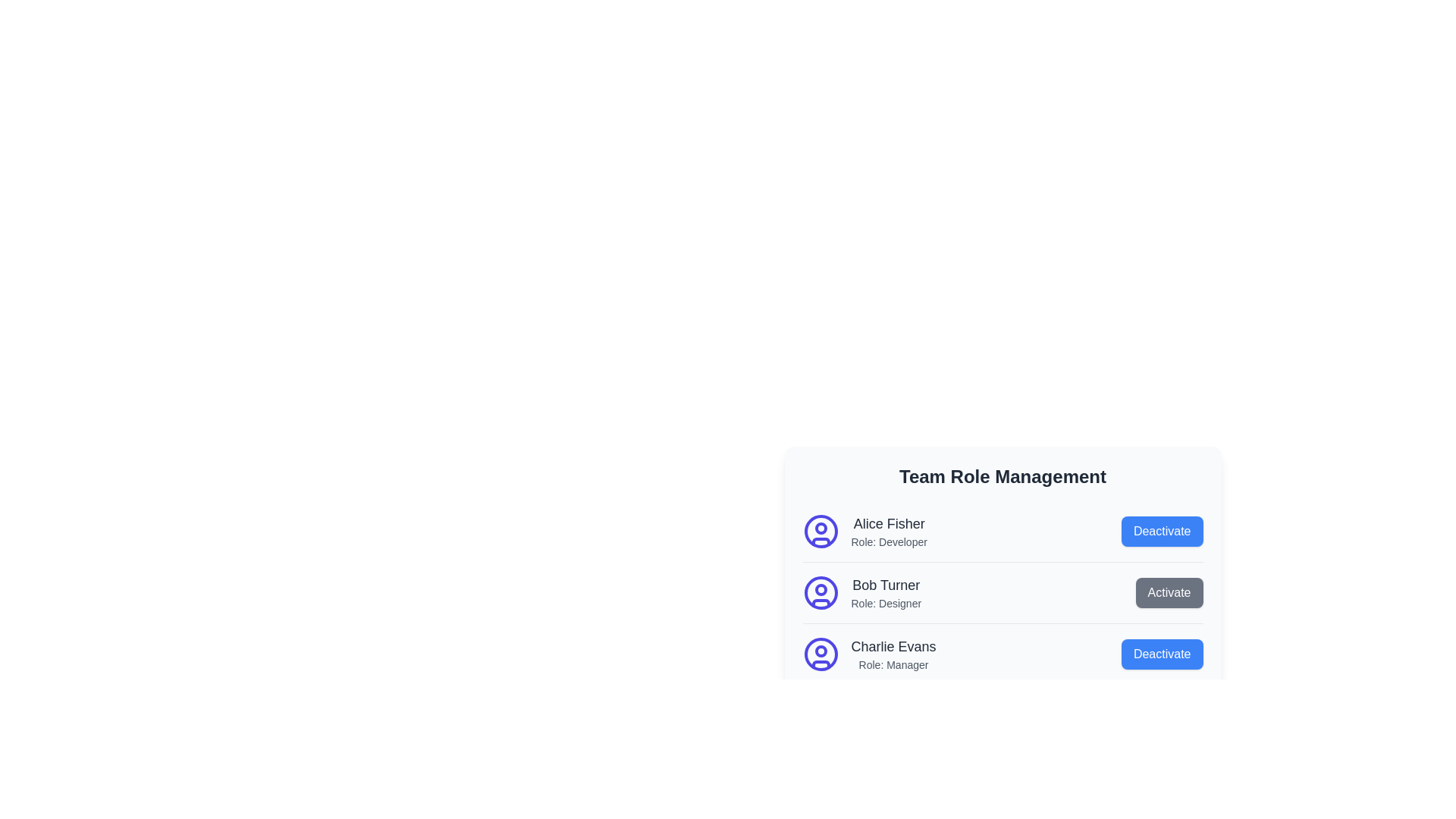 The height and width of the screenshot is (819, 1456). I want to click on the text label displaying 'Alice Fisher', which is positioned within the 'Team Role Management' section, to use it as a reference for adjacent elements, so click(889, 522).